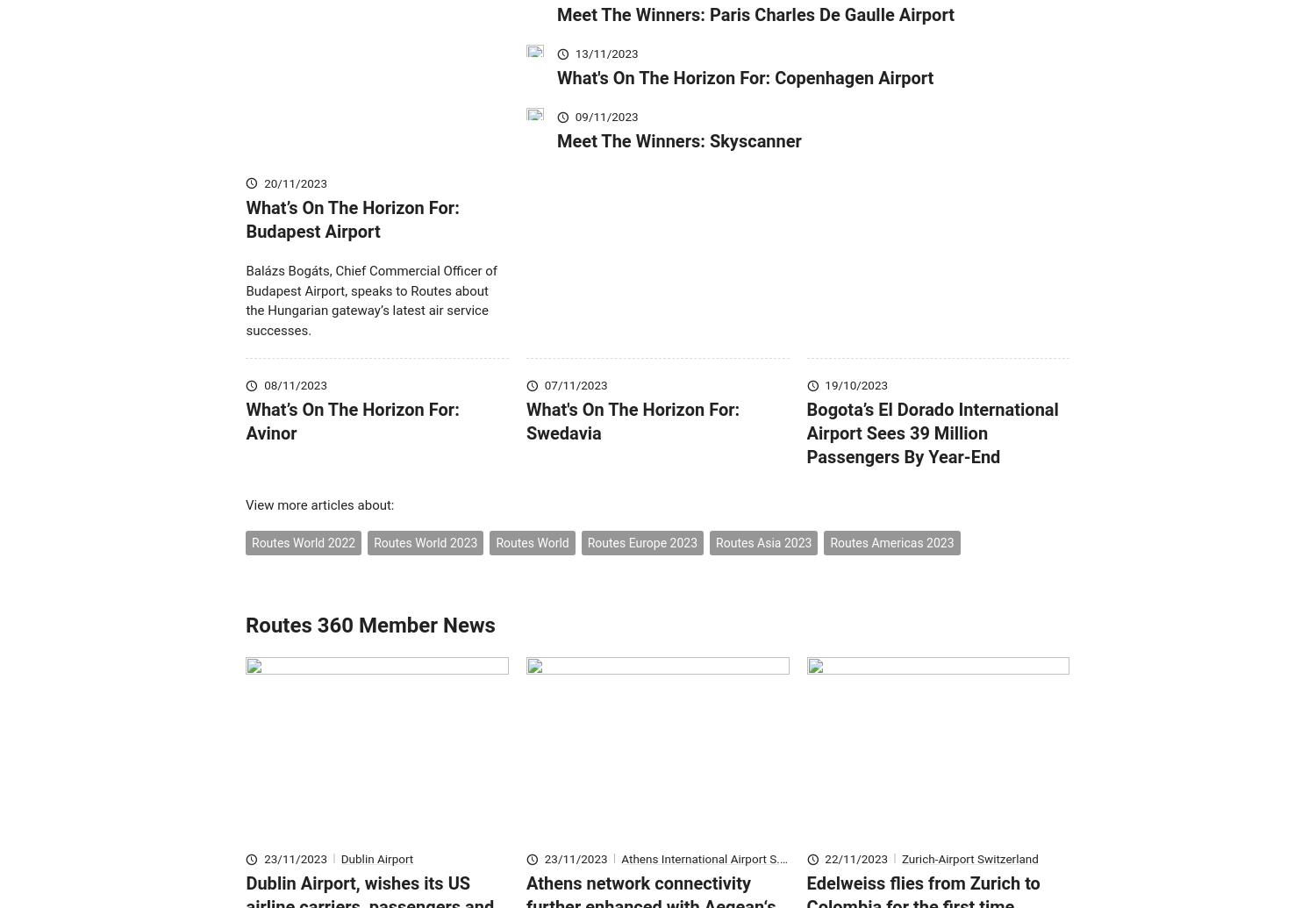 This screenshot has width=1316, height=908. Describe the element at coordinates (632, 447) in the screenshot. I see `'What's On The Horizon For: Swedavia'` at that location.